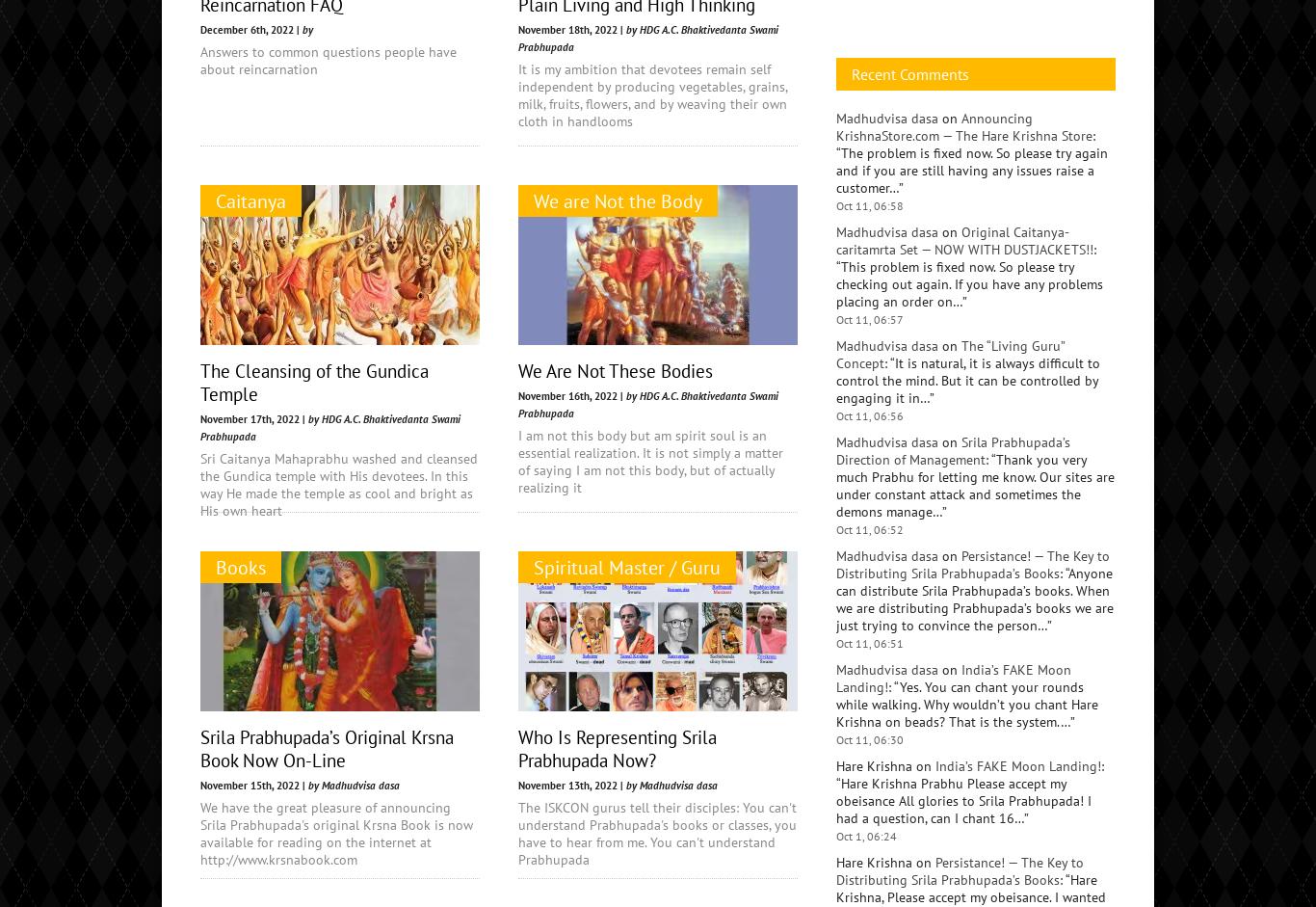 Image resolution: width=1316 pixels, height=907 pixels. Describe the element at coordinates (1055, 139) in the screenshot. I see `'Women'` at that location.